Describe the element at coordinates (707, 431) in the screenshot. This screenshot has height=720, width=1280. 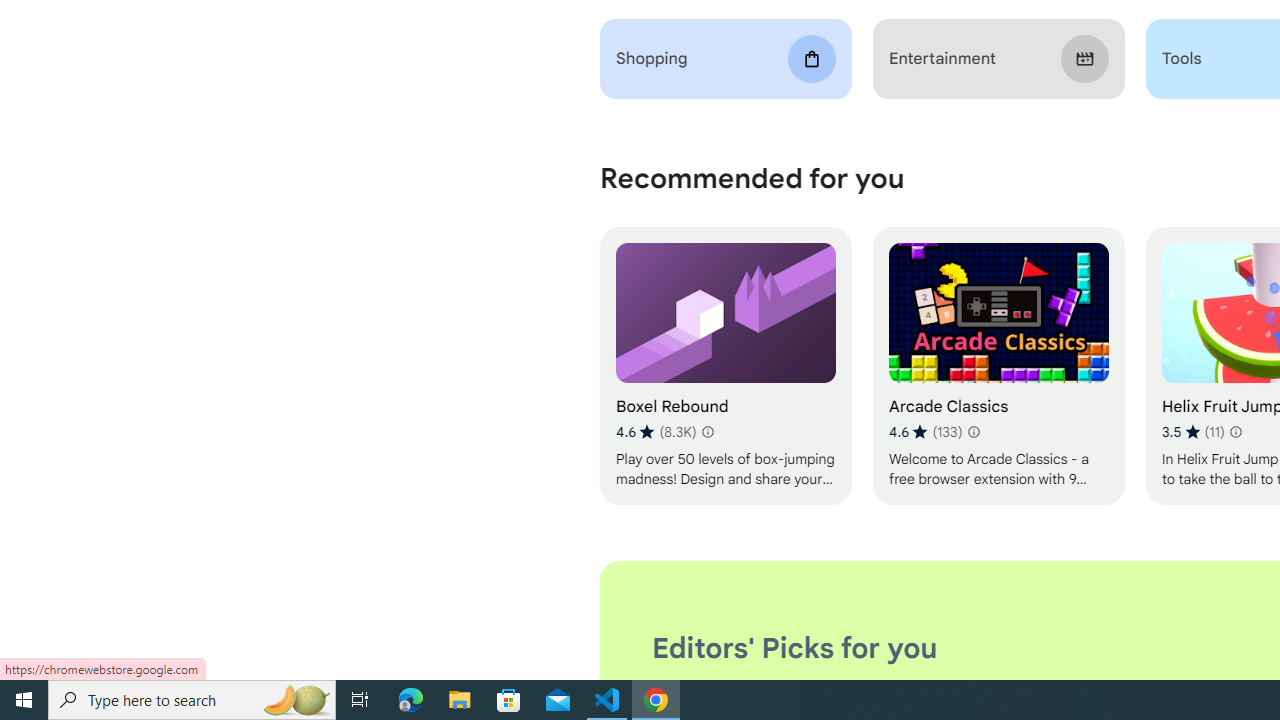
I see `'Learn more about results and reviews "Boxel Rebound"'` at that location.